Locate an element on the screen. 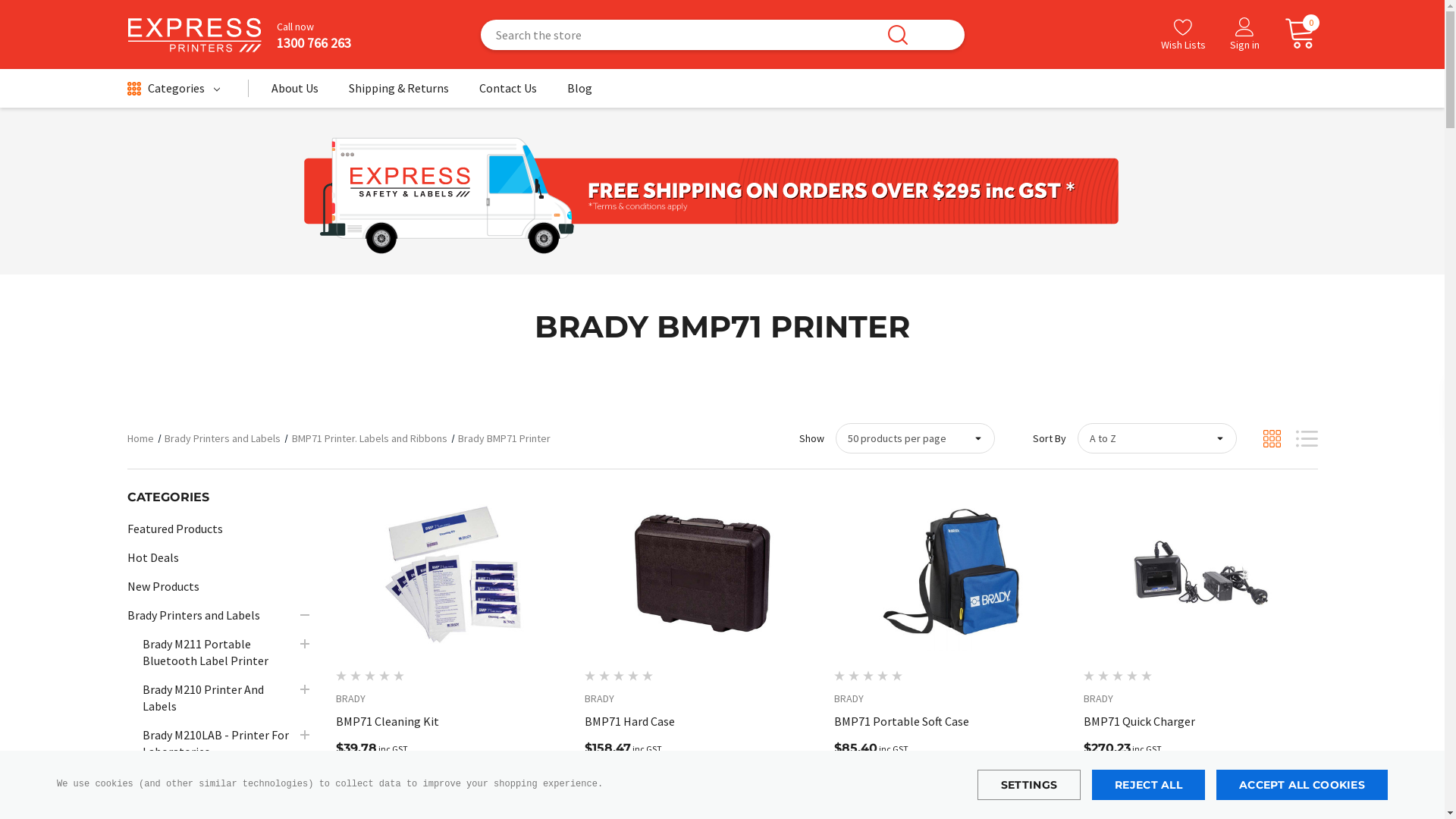  'List View' is located at coordinates (1305, 438).